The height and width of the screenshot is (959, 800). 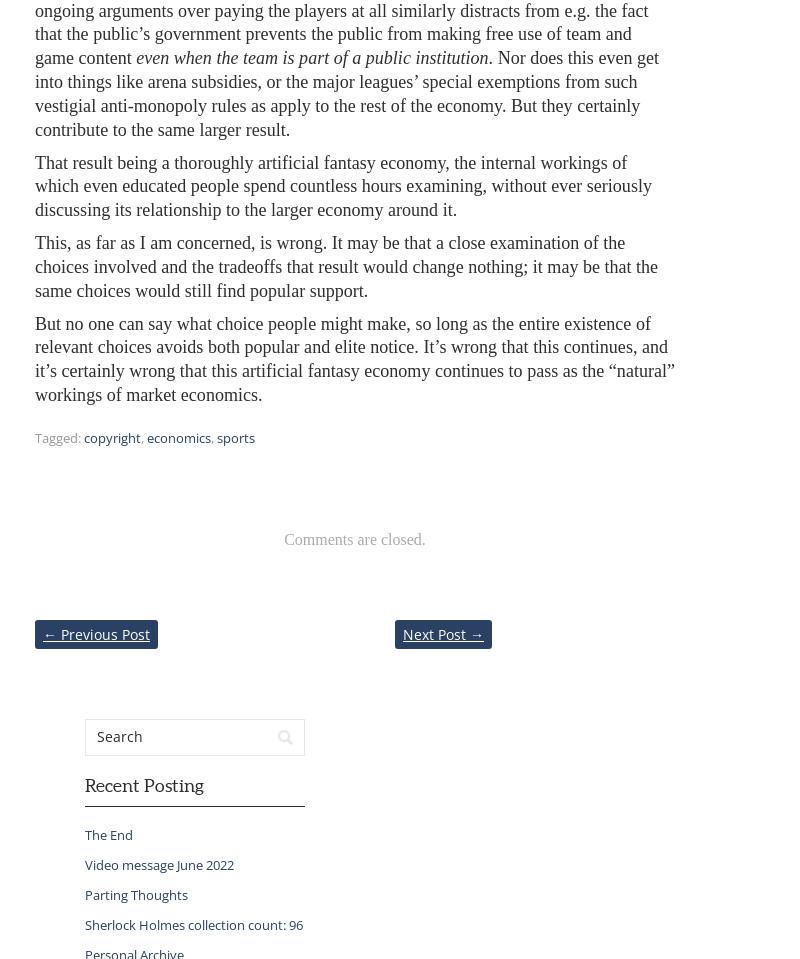 I want to click on 'Tagged:', so click(x=56, y=436).